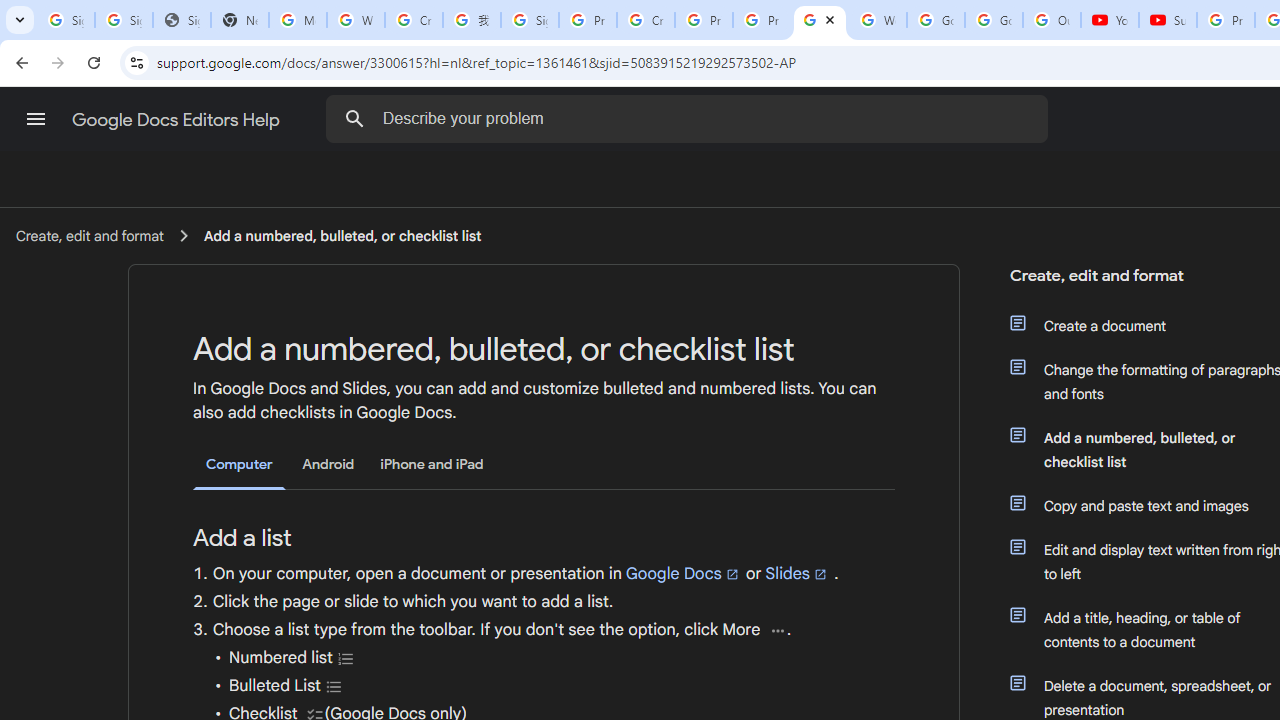 The image size is (1280, 720). Describe the element at coordinates (796, 573) in the screenshot. I see `'Slides'` at that location.